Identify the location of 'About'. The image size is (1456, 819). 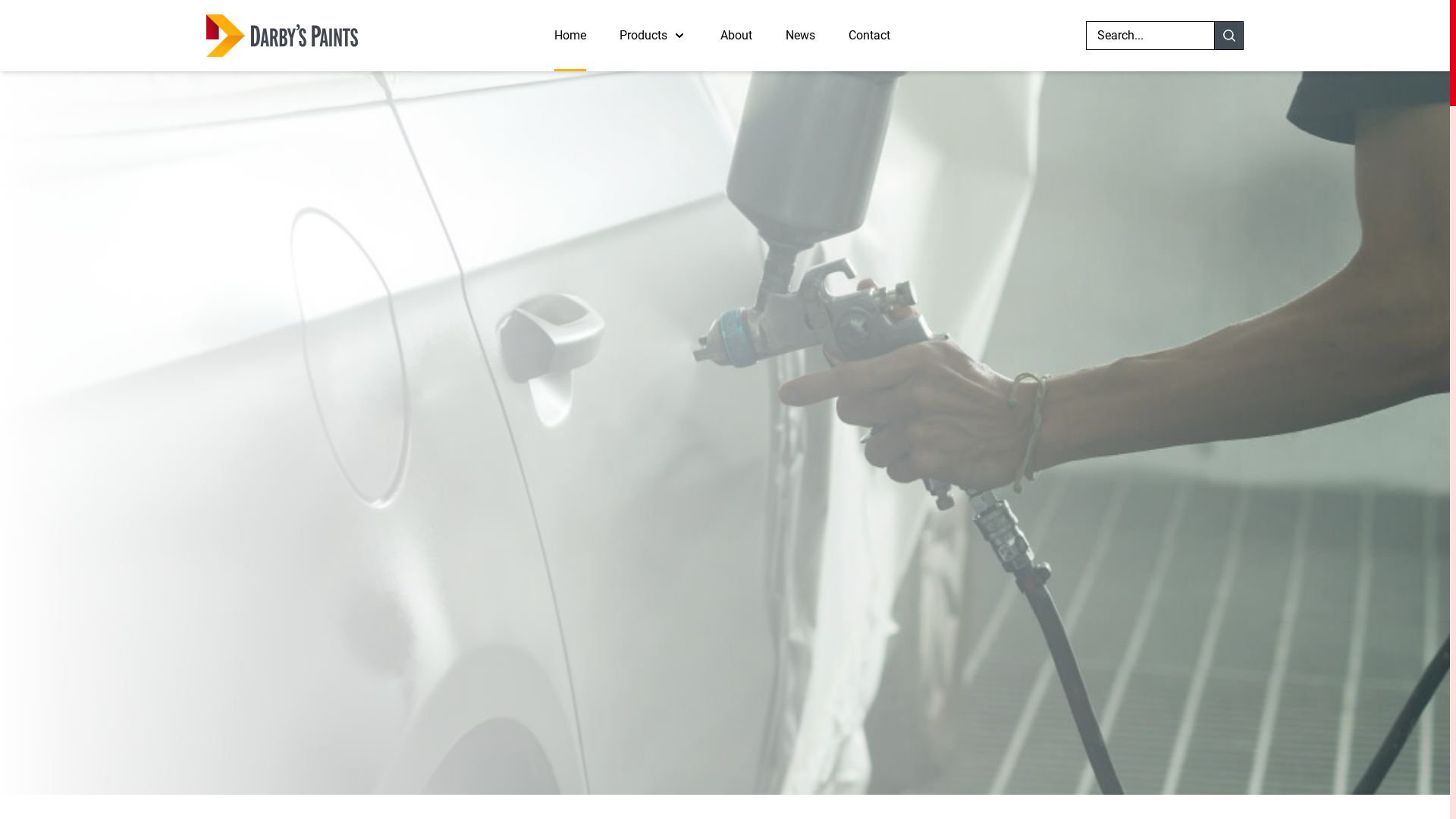
(736, 34).